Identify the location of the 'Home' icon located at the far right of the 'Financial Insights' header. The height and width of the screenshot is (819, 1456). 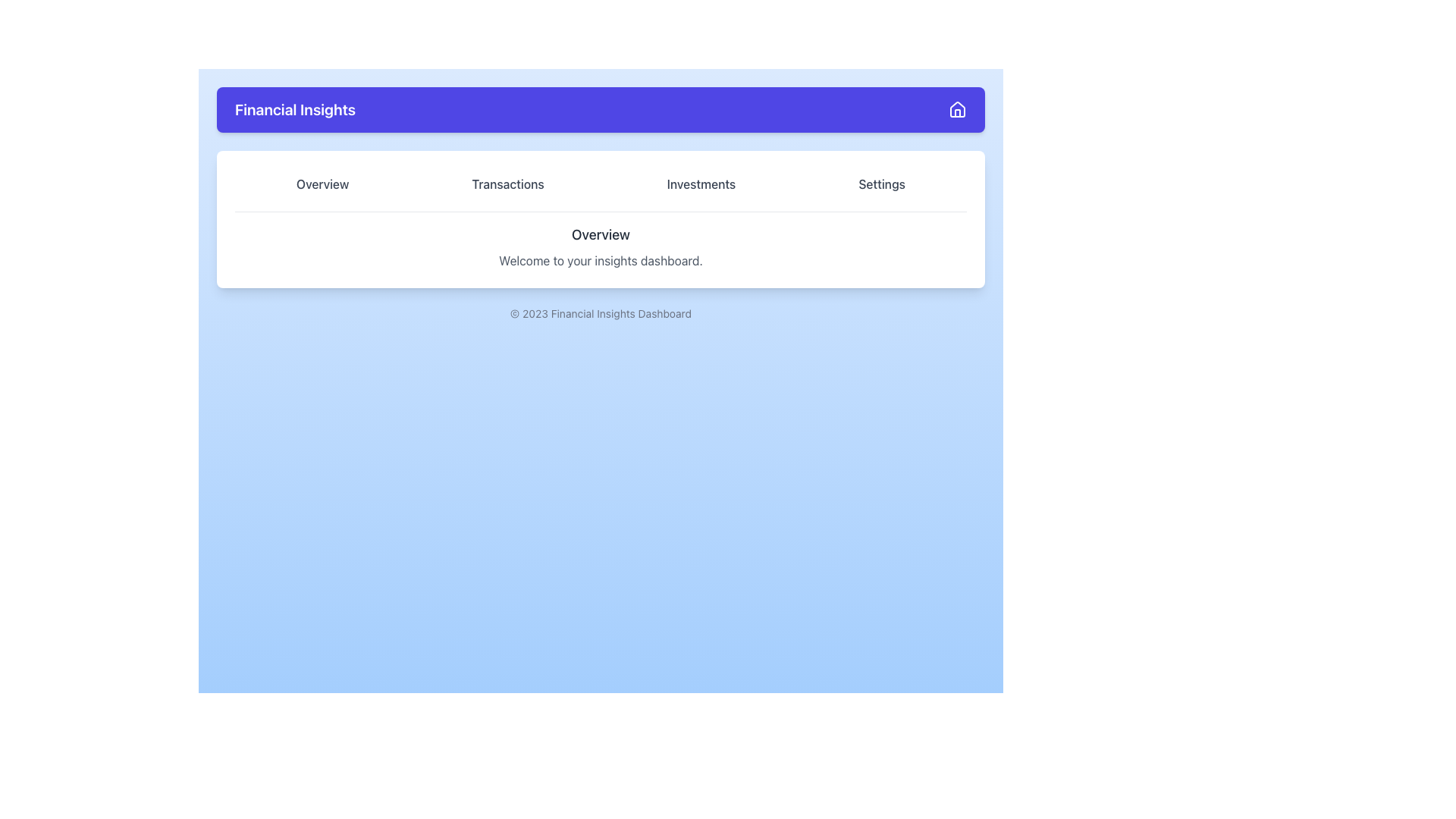
(956, 109).